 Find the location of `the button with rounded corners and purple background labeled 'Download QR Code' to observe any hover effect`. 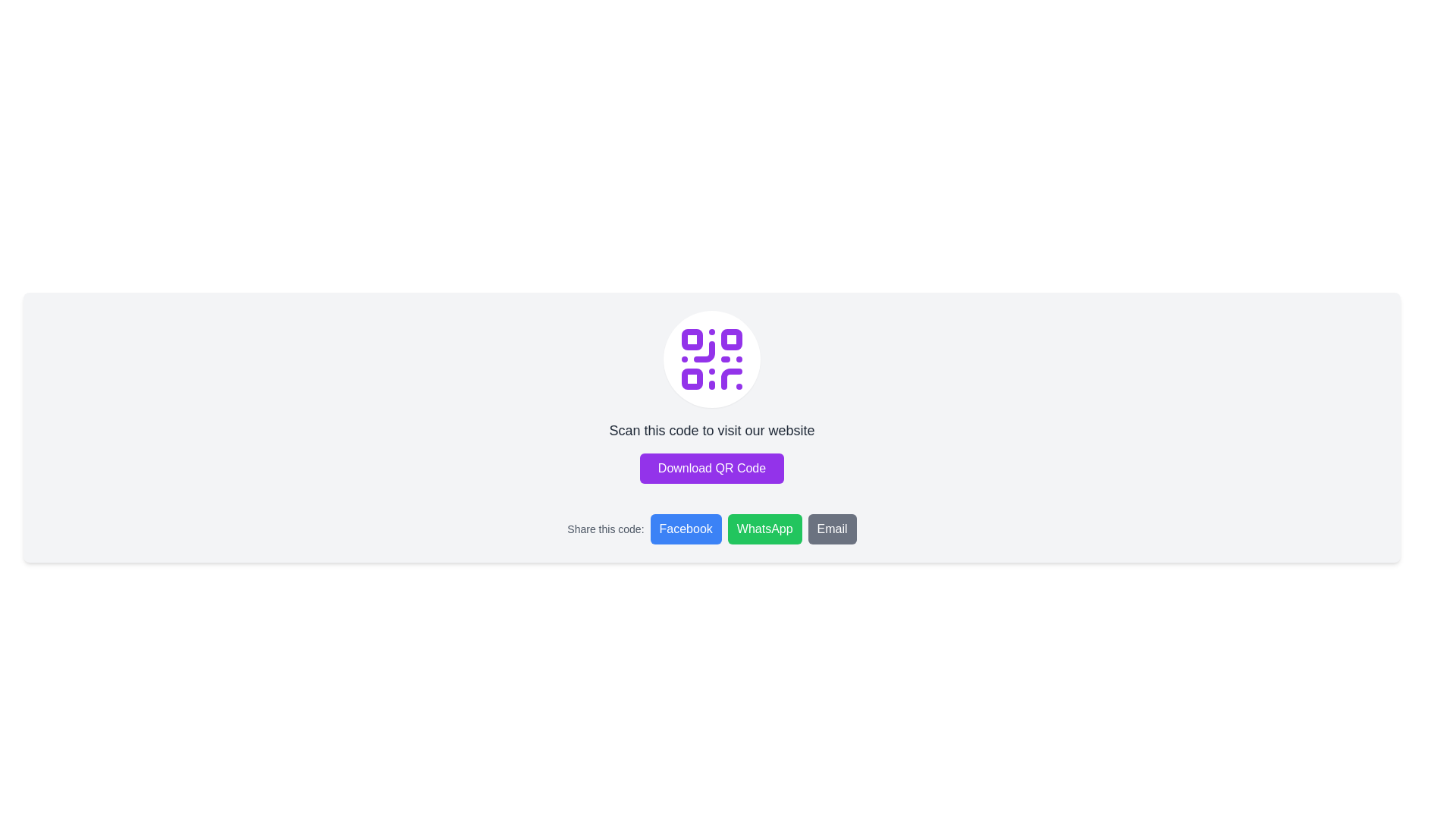

the button with rounded corners and purple background labeled 'Download QR Code' to observe any hover effect is located at coordinates (711, 467).